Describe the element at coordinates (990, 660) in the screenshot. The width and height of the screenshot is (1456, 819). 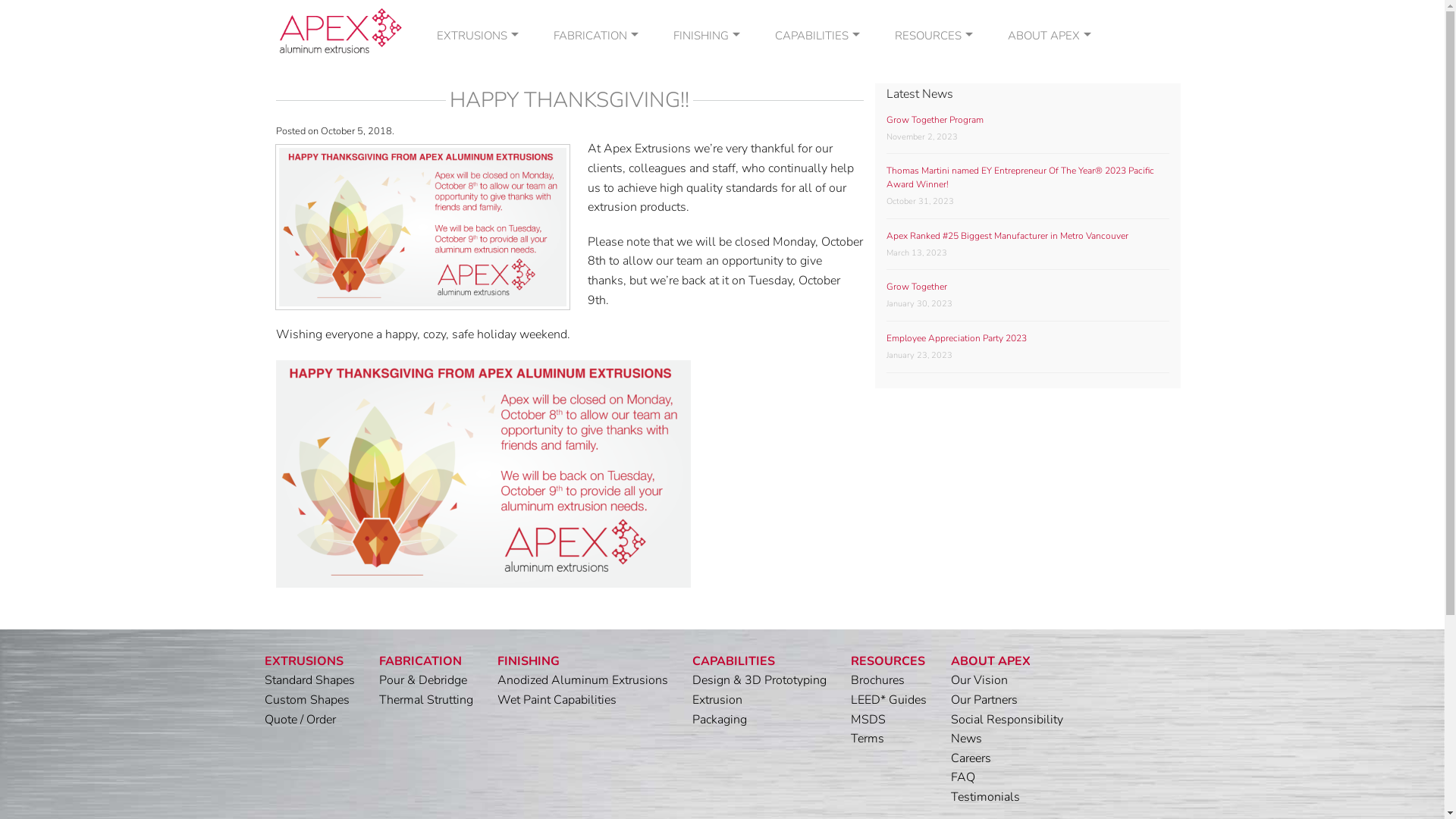
I see `'ABOUT APEX'` at that location.